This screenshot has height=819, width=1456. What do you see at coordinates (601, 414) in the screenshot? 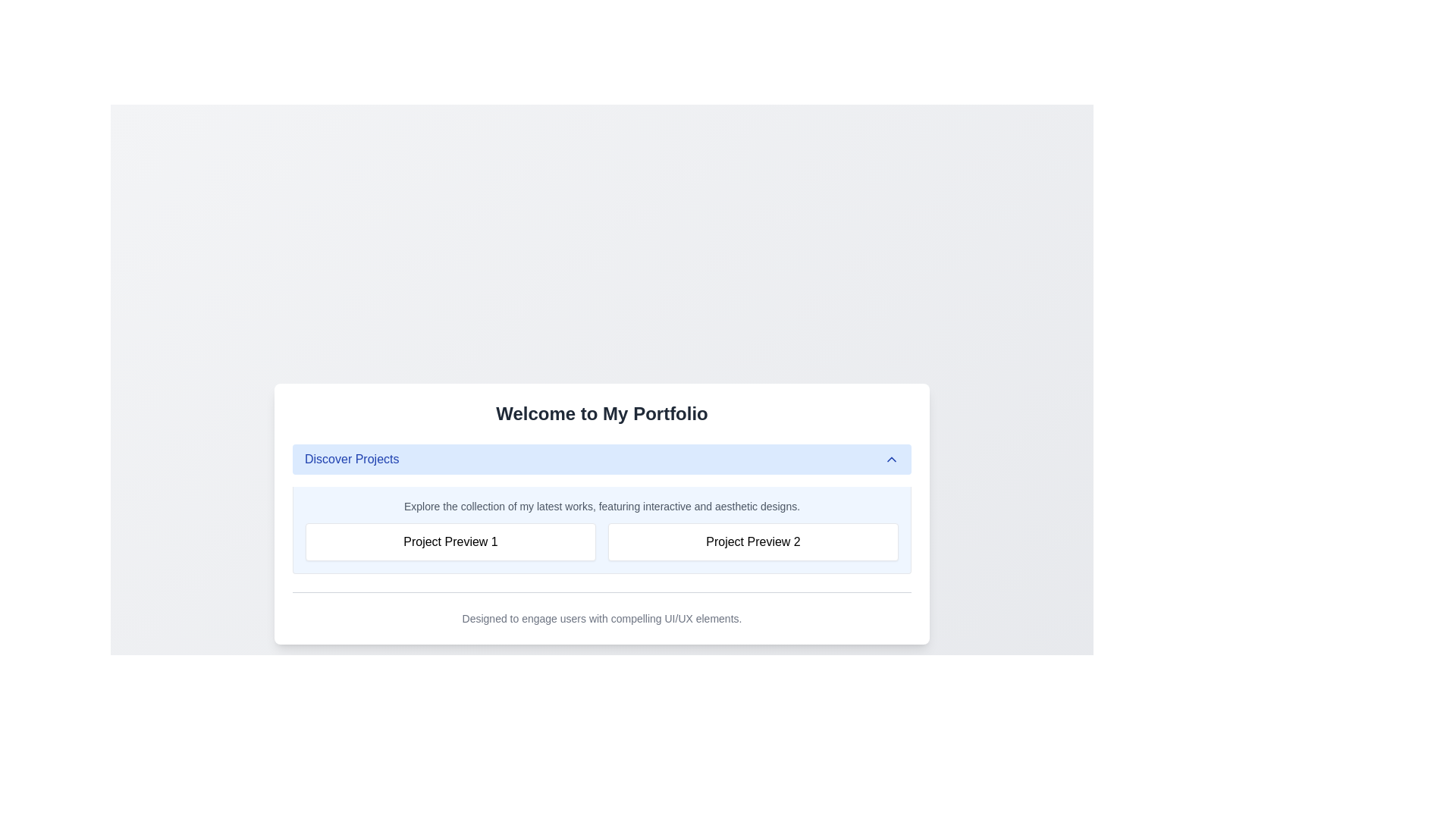
I see `the text heading that reads 'Welcome to My Portfolio', which is prominently displayed at the top of the main content section` at bounding box center [601, 414].